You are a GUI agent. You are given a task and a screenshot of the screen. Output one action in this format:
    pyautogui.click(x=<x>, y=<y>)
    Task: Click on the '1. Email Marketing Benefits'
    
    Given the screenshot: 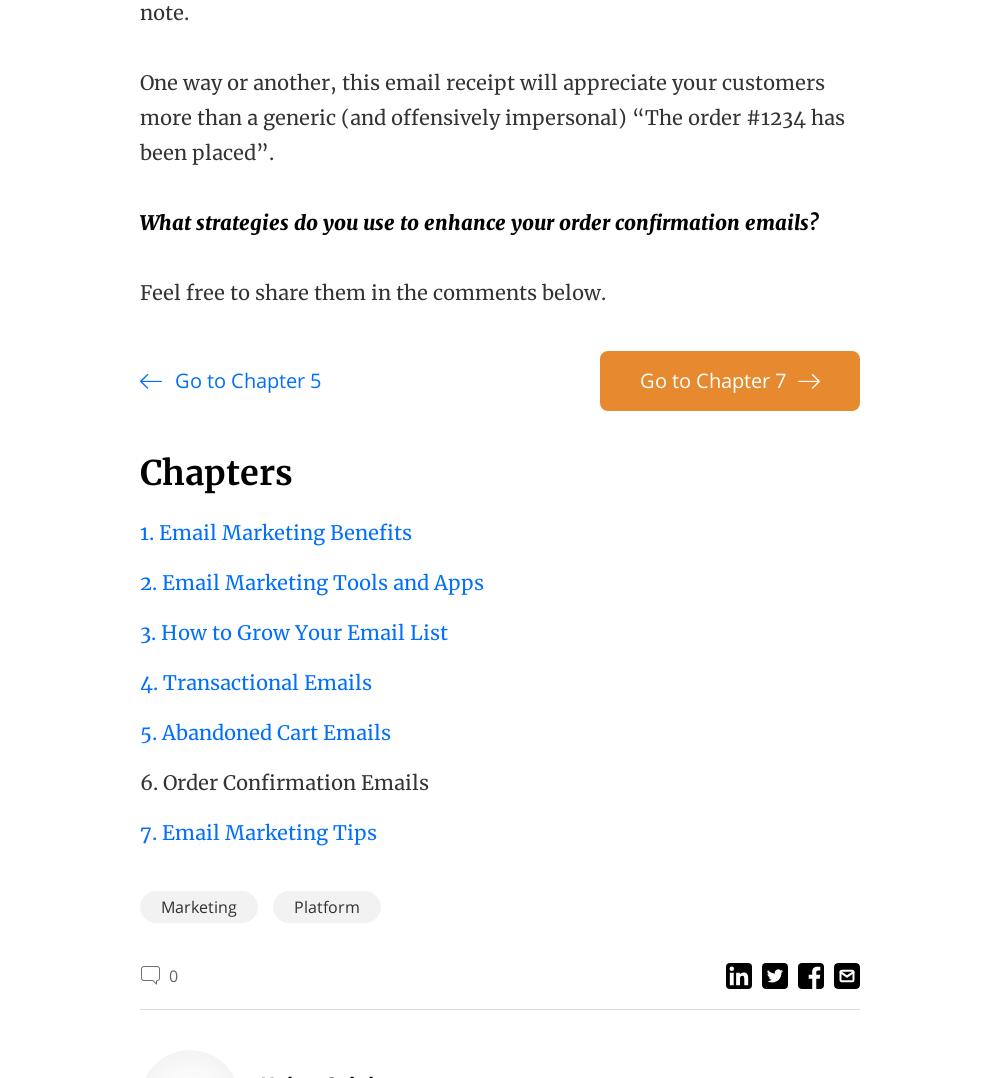 What is the action you would take?
    pyautogui.click(x=276, y=532)
    